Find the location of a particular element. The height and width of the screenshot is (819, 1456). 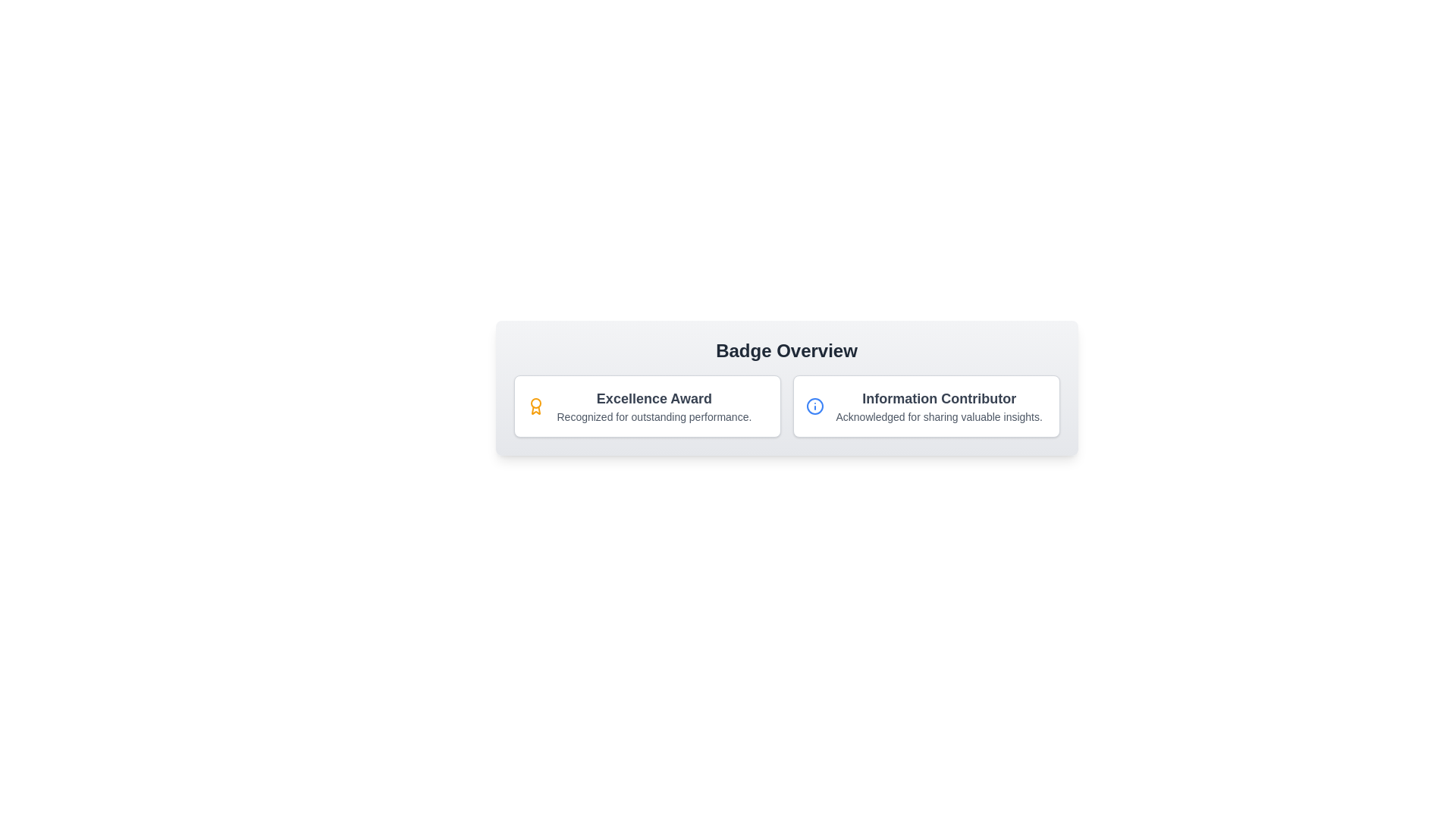

the text label displaying 'Excellence Award', which is bold and gray, indicating its importance in the interface is located at coordinates (654, 397).